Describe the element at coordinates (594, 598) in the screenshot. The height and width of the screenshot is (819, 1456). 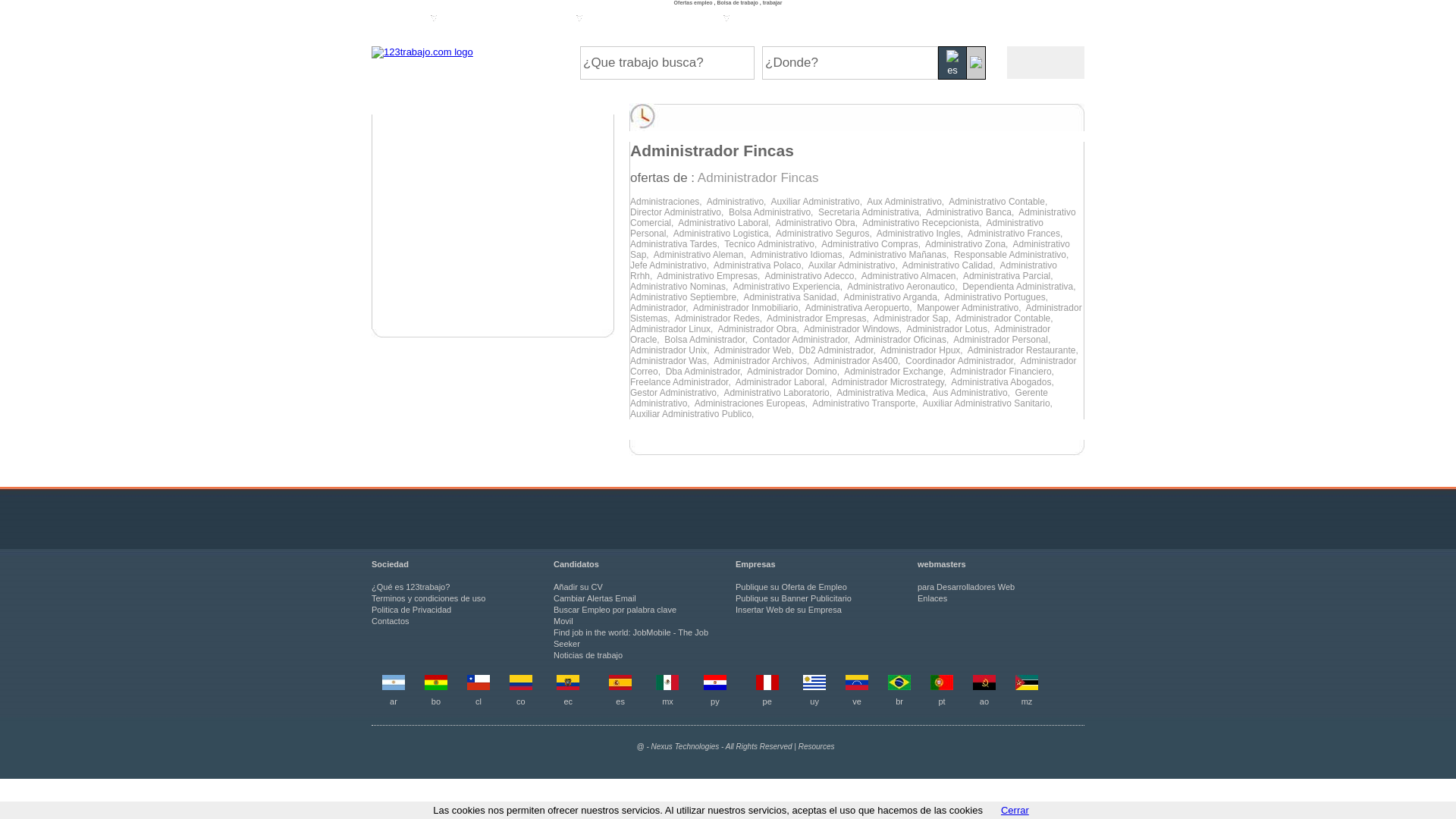
I see `'Cambiar Alertas Email'` at that location.